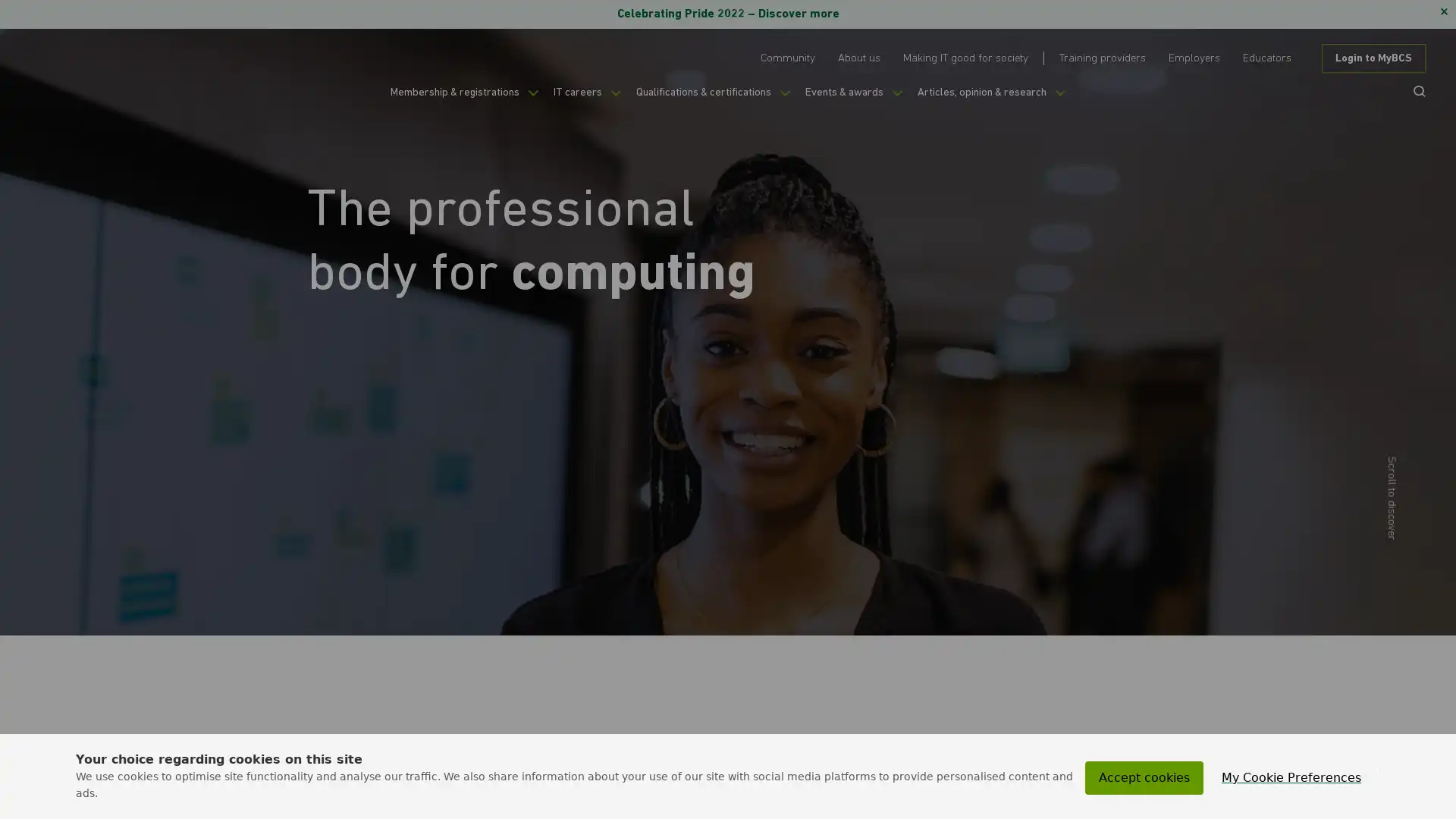 This screenshot has height=819, width=1456. What do you see at coordinates (711, 100) in the screenshot?
I see `Qualifications & certifications` at bounding box center [711, 100].